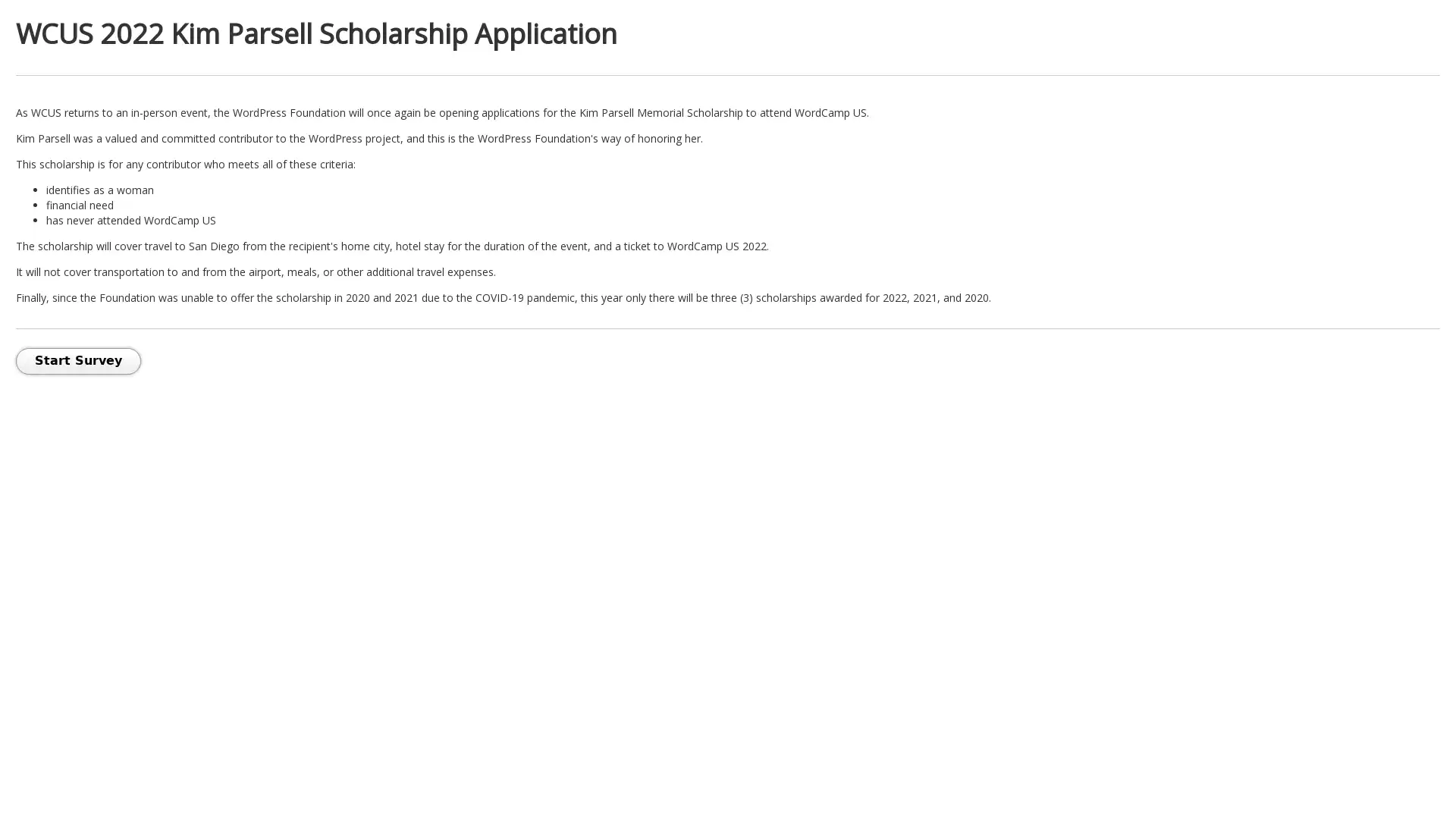  Describe the element at coordinates (77, 361) in the screenshot. I see `Start Survey` at that location.